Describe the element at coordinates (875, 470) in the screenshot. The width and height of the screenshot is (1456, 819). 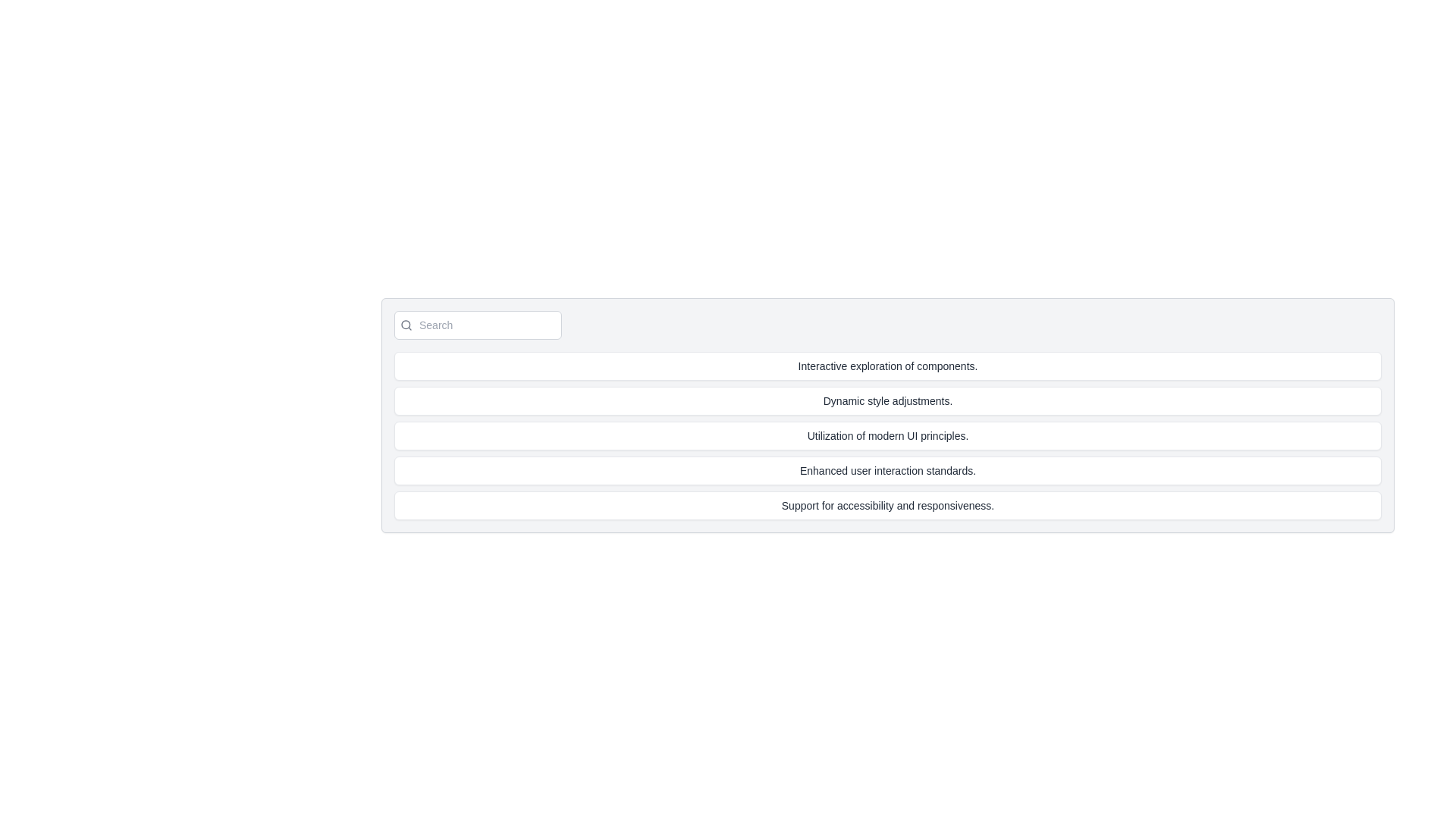
I see `the letter 'i' in the text 'Enhanced user interaction standards.', which is the 23rd character of the phrase` at that location.